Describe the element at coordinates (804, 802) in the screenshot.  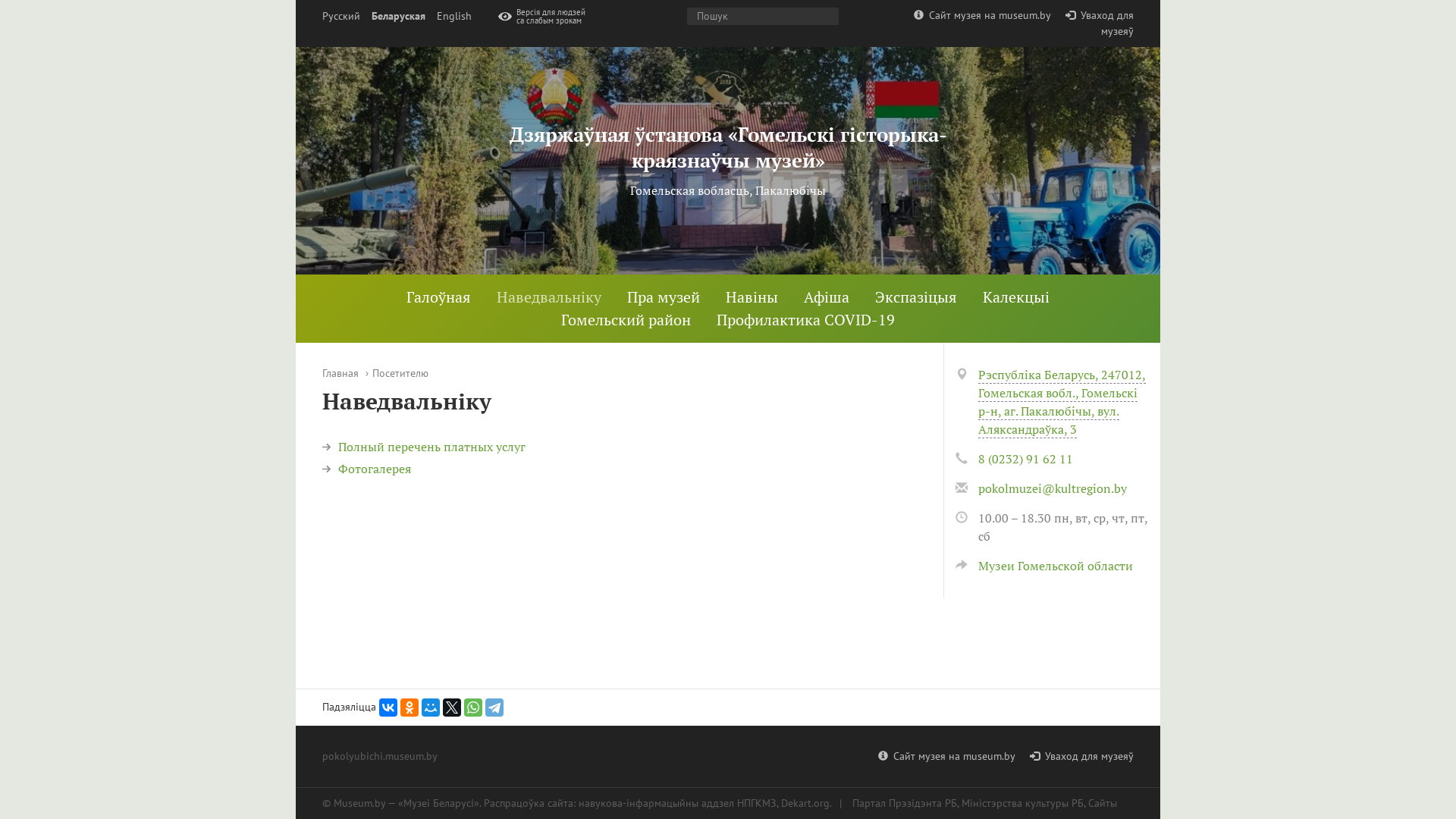
I see `'Dekart.org'` at that location.